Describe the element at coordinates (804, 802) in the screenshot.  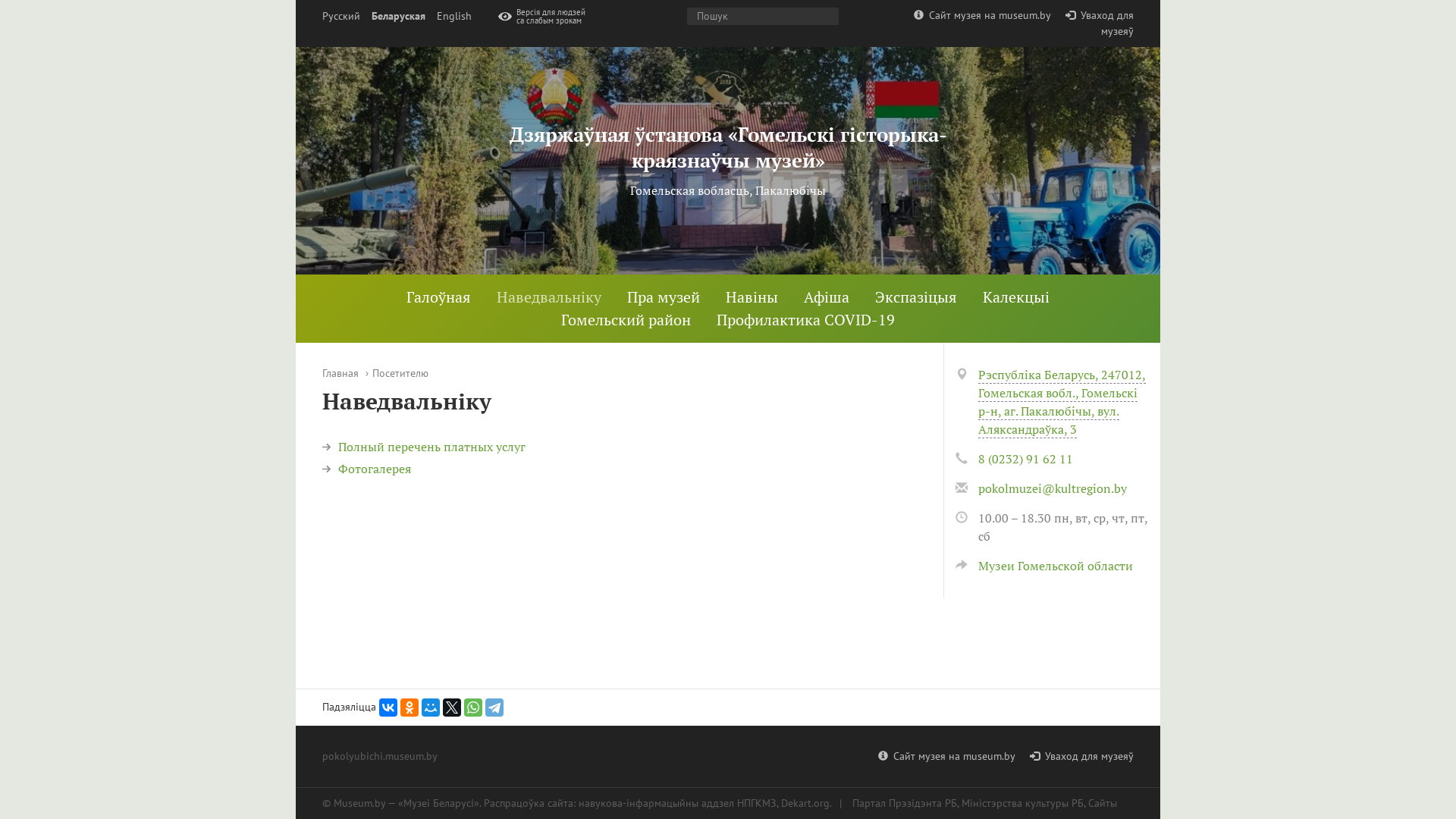
I see `'Dekart.org'` at that location.